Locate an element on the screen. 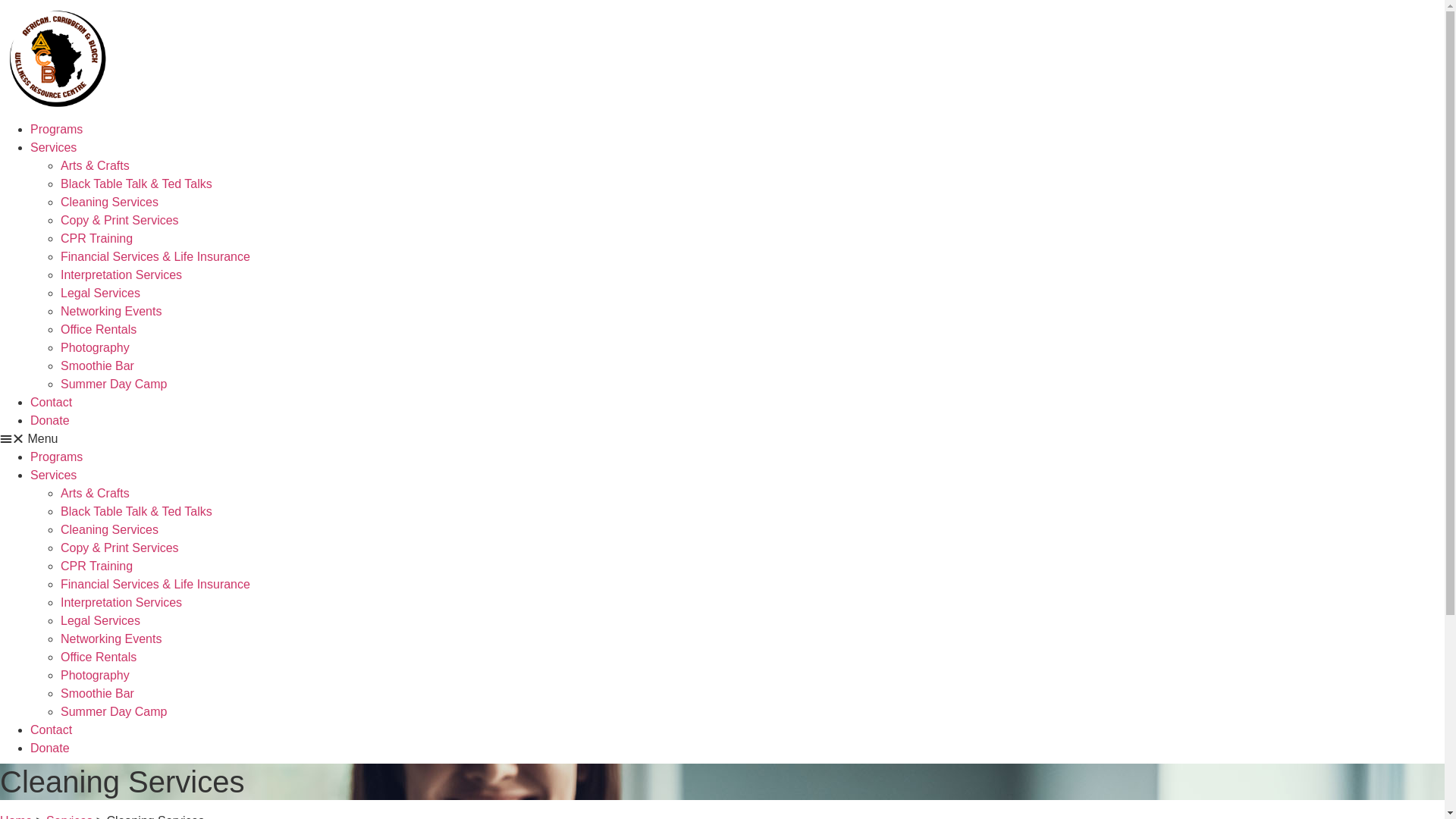 This screenshot has height=819, width=1456. 'Skip to content' is located at coordinates (0, 0).